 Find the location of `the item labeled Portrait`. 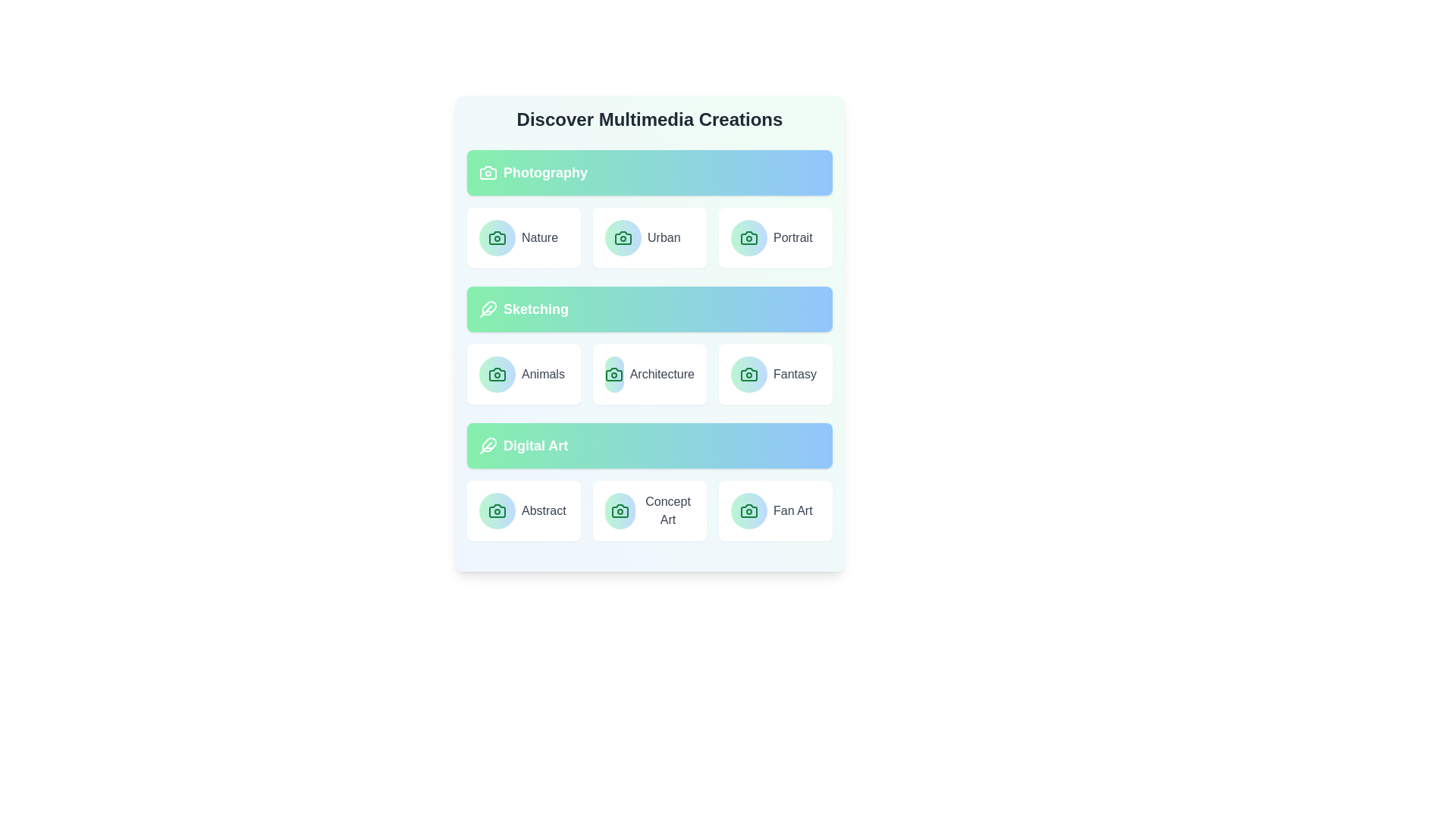

the item labeled Portrait is located at coordinates (775, 237).